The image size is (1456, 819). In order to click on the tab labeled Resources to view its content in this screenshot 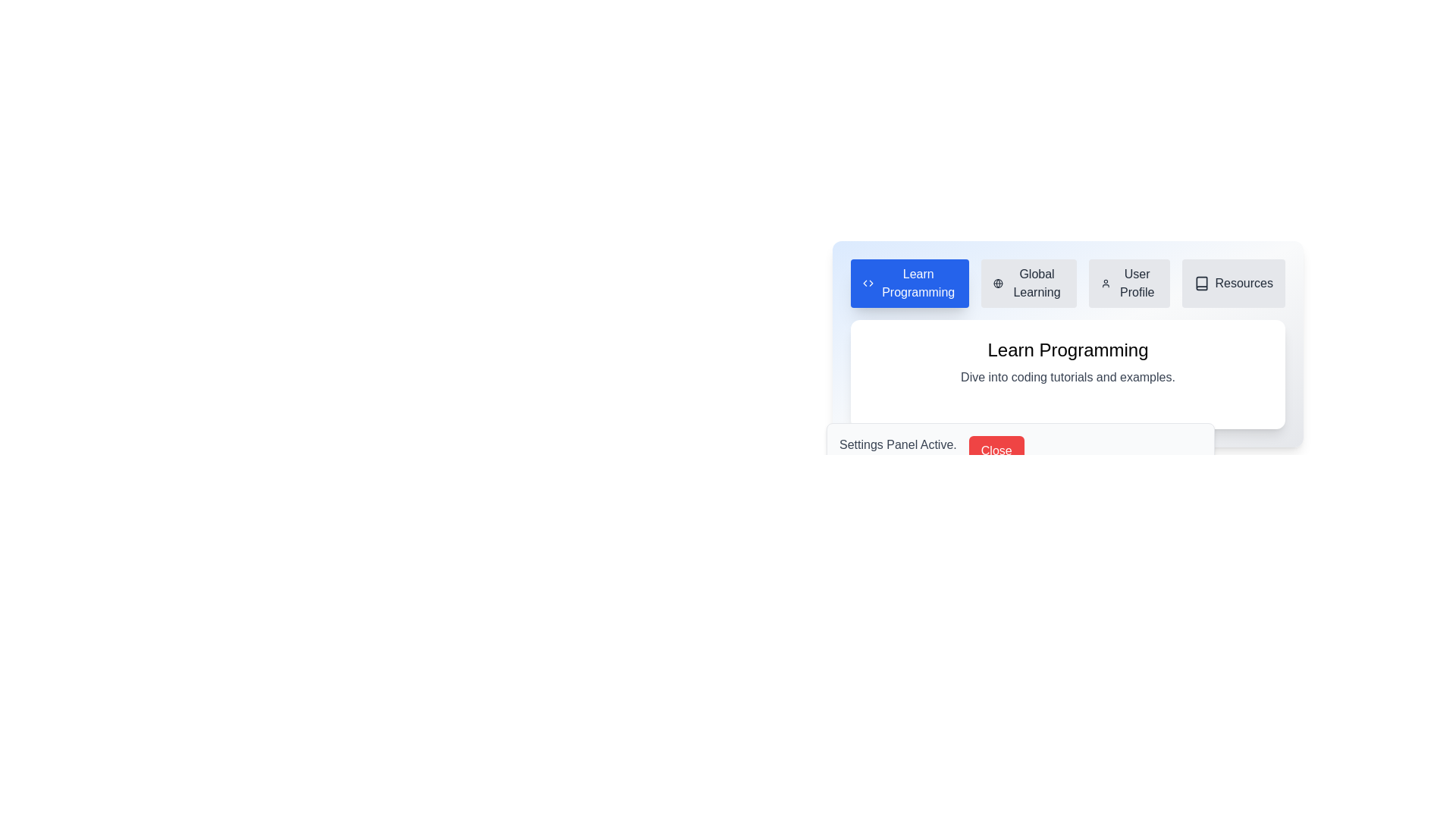, I will do `click(1233, 284)`.